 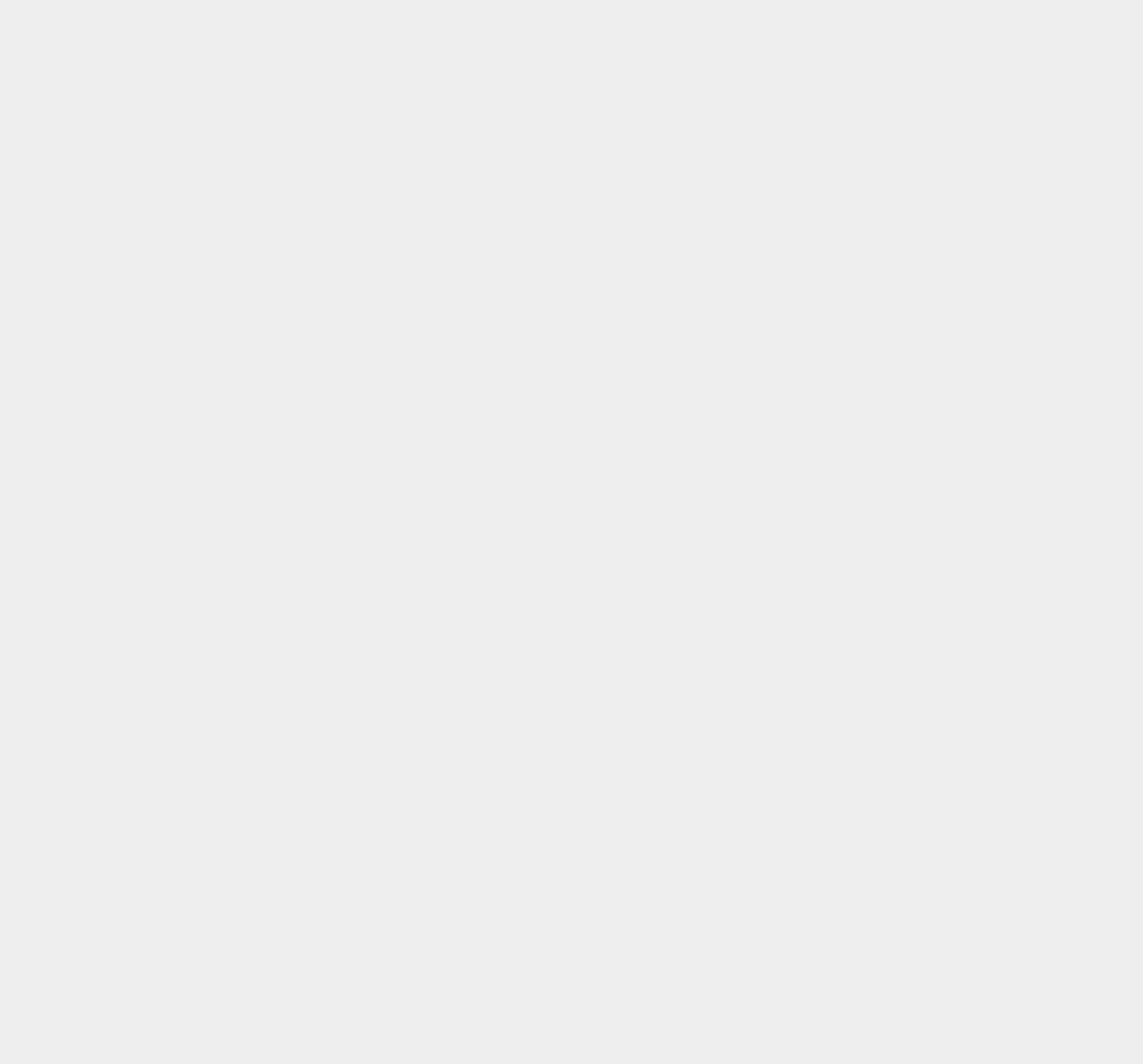 What do you see at coordinates (873, 360) in the screenshot?
I see `'Facebook Developers'` at bounding box center [873, 360].